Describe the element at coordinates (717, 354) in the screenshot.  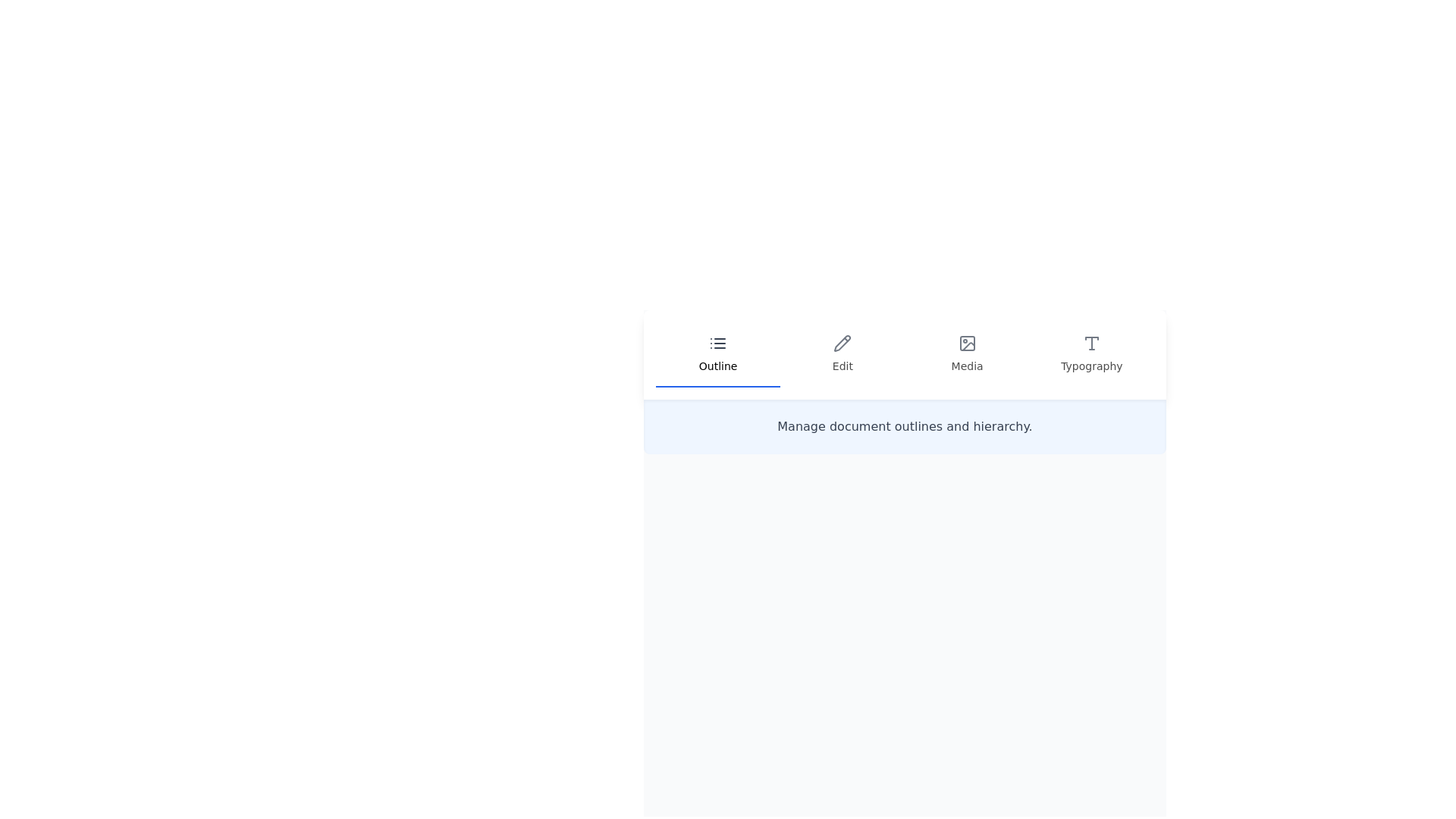
I see `the 'Outline' tab to view document structure management options` at that location.